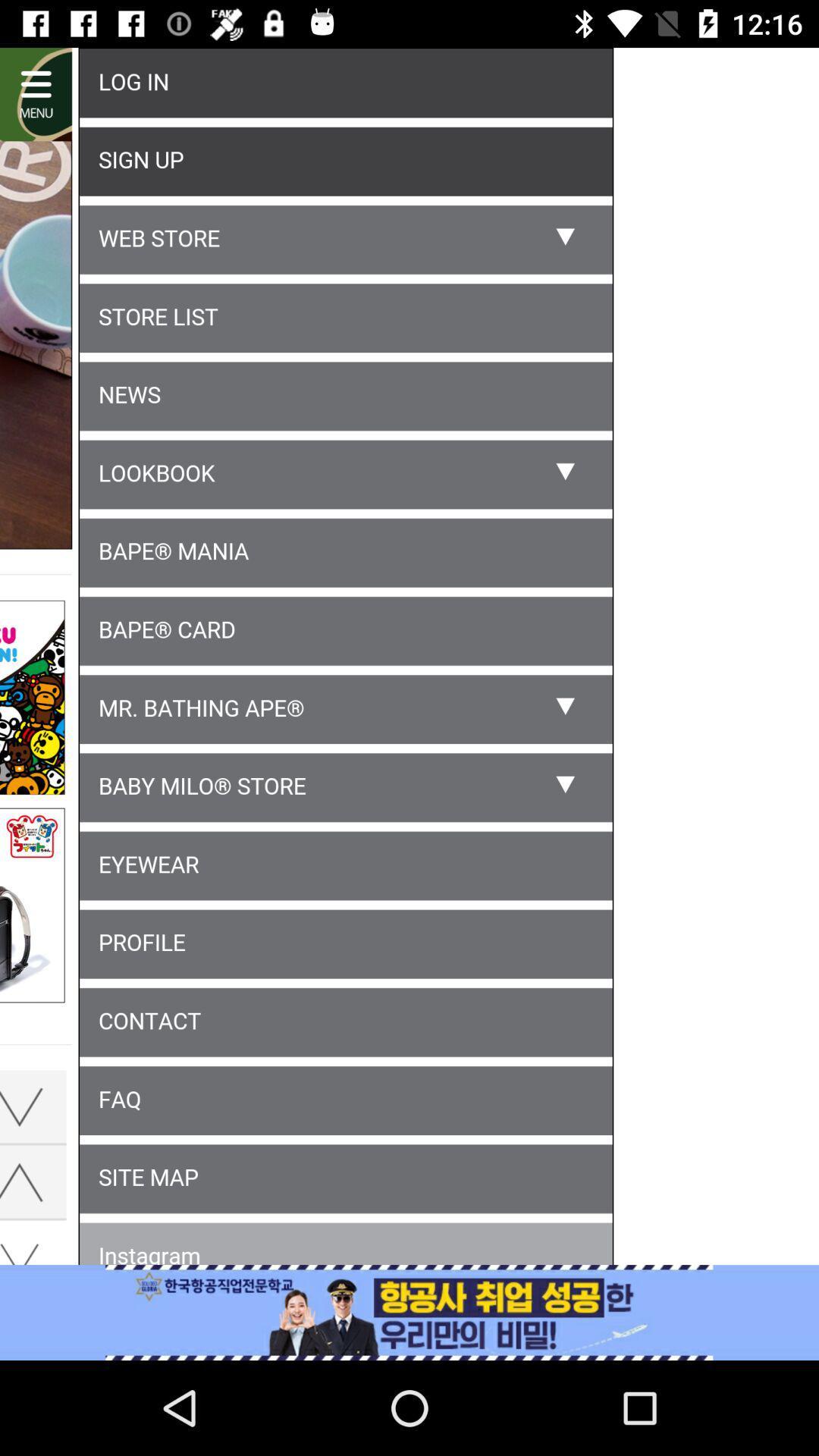 The image size is (819, 1456). I want to click on menu page, so click(409, 659).